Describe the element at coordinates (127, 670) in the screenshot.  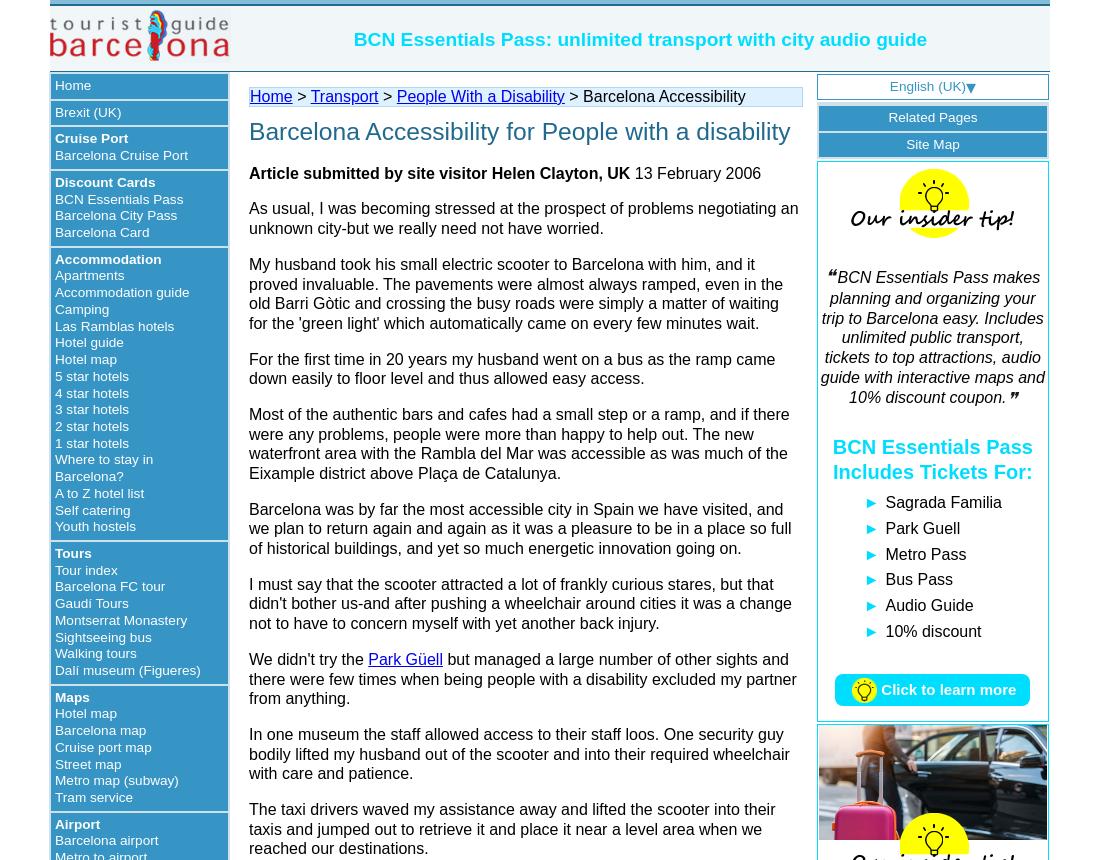
I see `'Dalí museum (Figueres)'` at that location.